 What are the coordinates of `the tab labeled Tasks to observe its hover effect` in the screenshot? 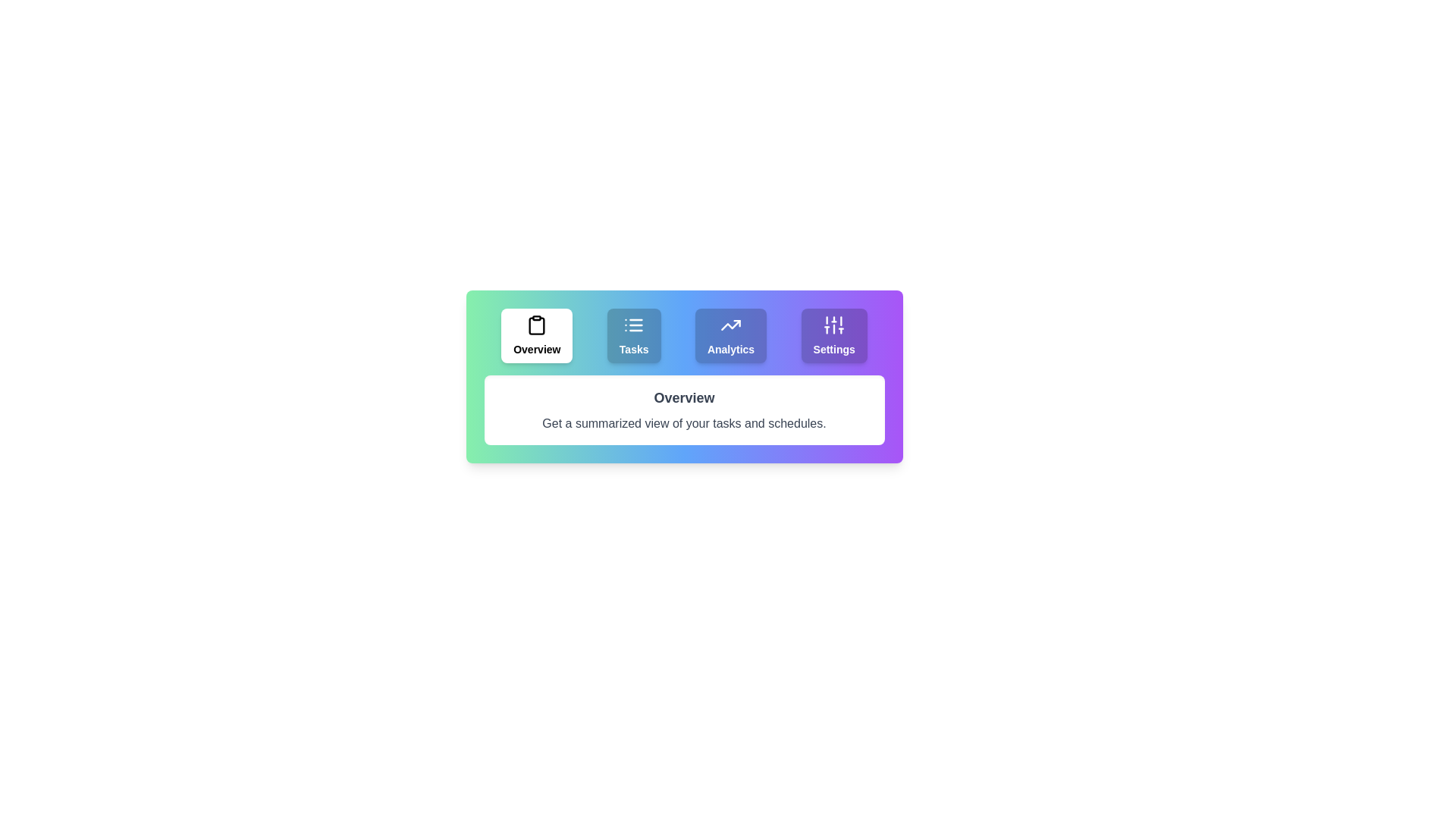 It's located at (633, 335).